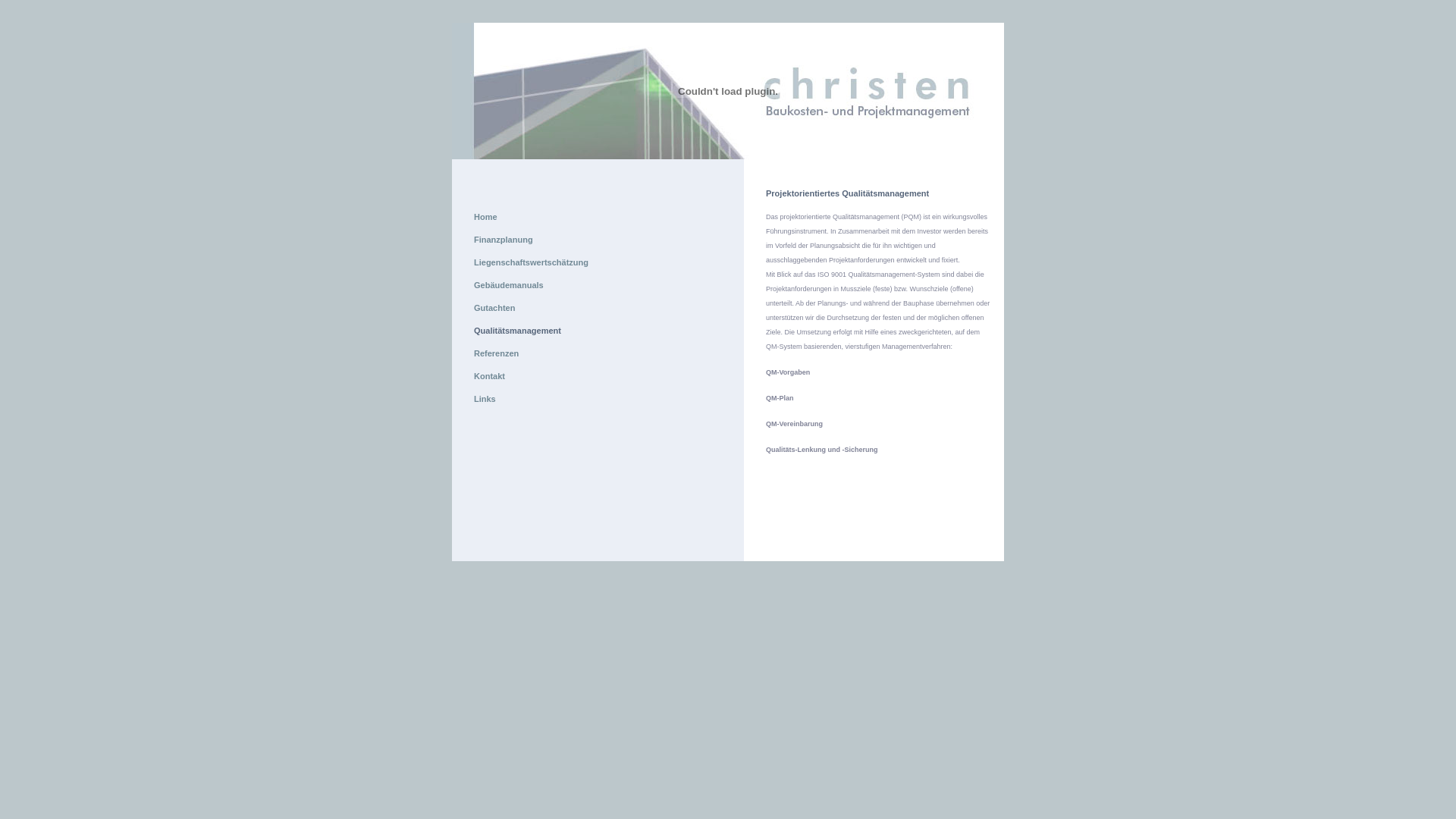 This screenshot has width=1456, height=819. Describe the element at coordinates (496, 353) in the screenshot. I see `'Referenzen'` at that location.